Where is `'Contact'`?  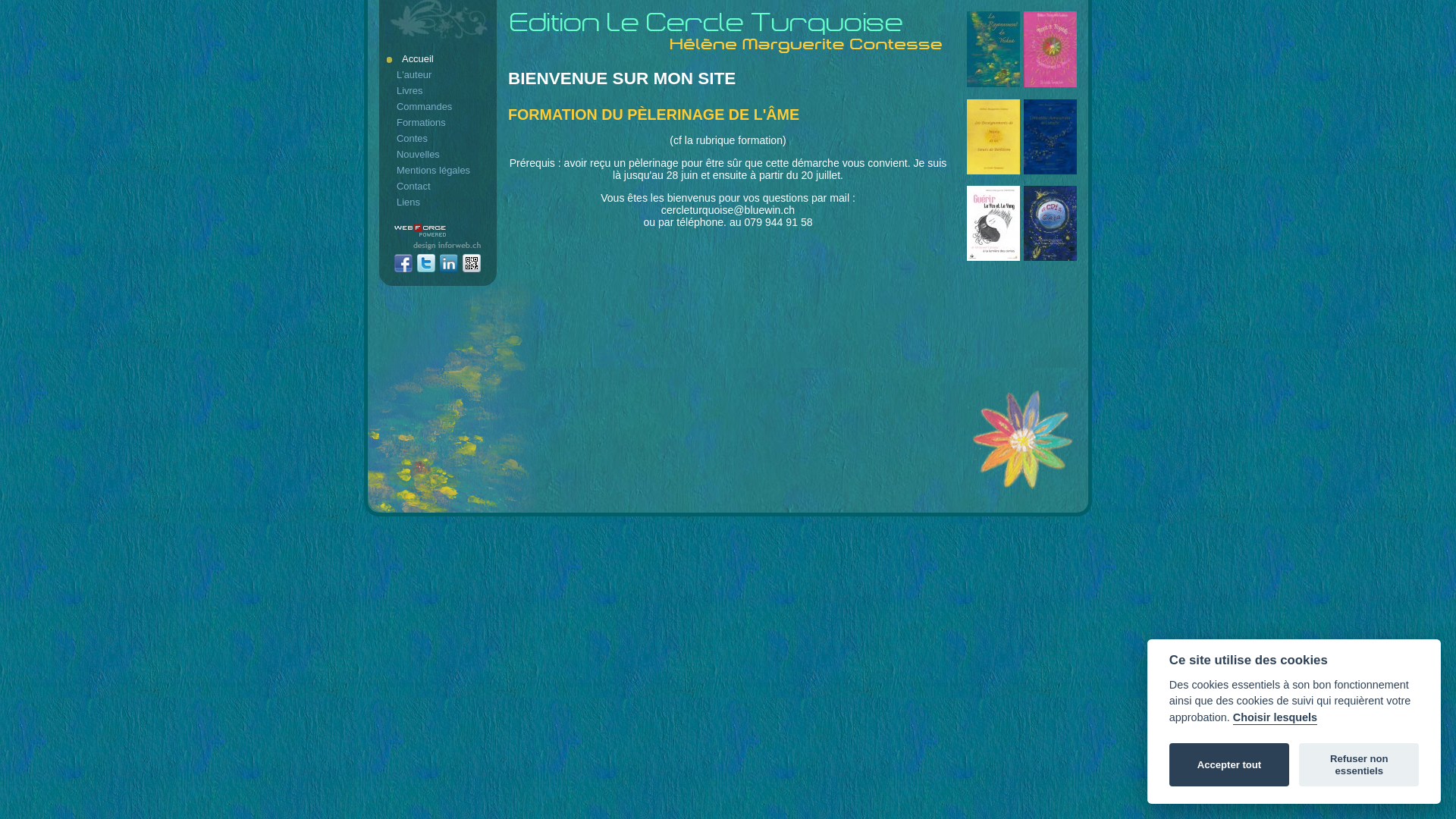
'Contact' is located at coordinates (438, 185).